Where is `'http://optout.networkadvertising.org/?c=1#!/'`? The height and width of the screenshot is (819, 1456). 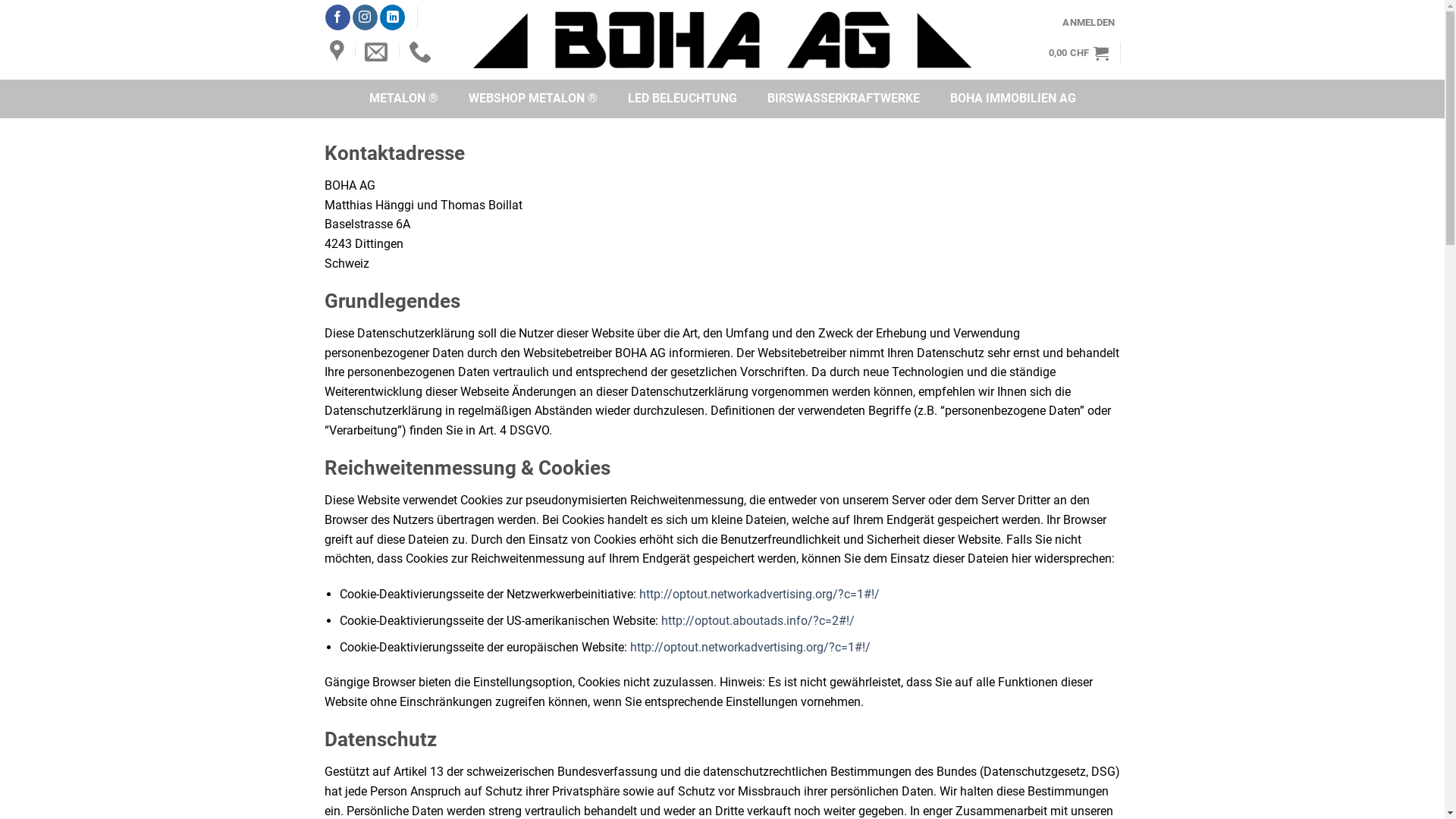 'http://optout.networkadvertising.org/?c=1#!/' is located at coordinates (759, 593).